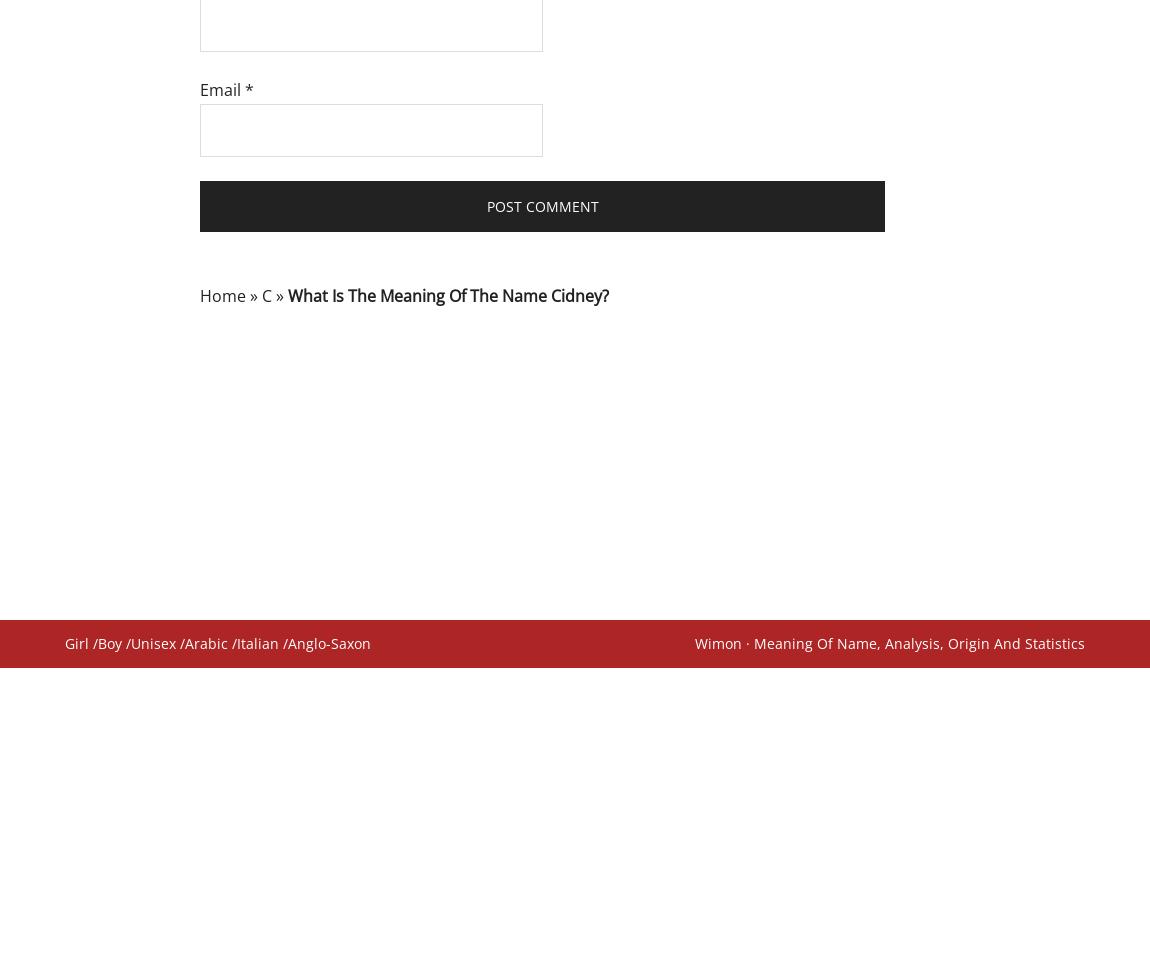  What do you see at coordinates (266, 294) in the screenshot?
I see `'C'` at bounding box center [266, 294].